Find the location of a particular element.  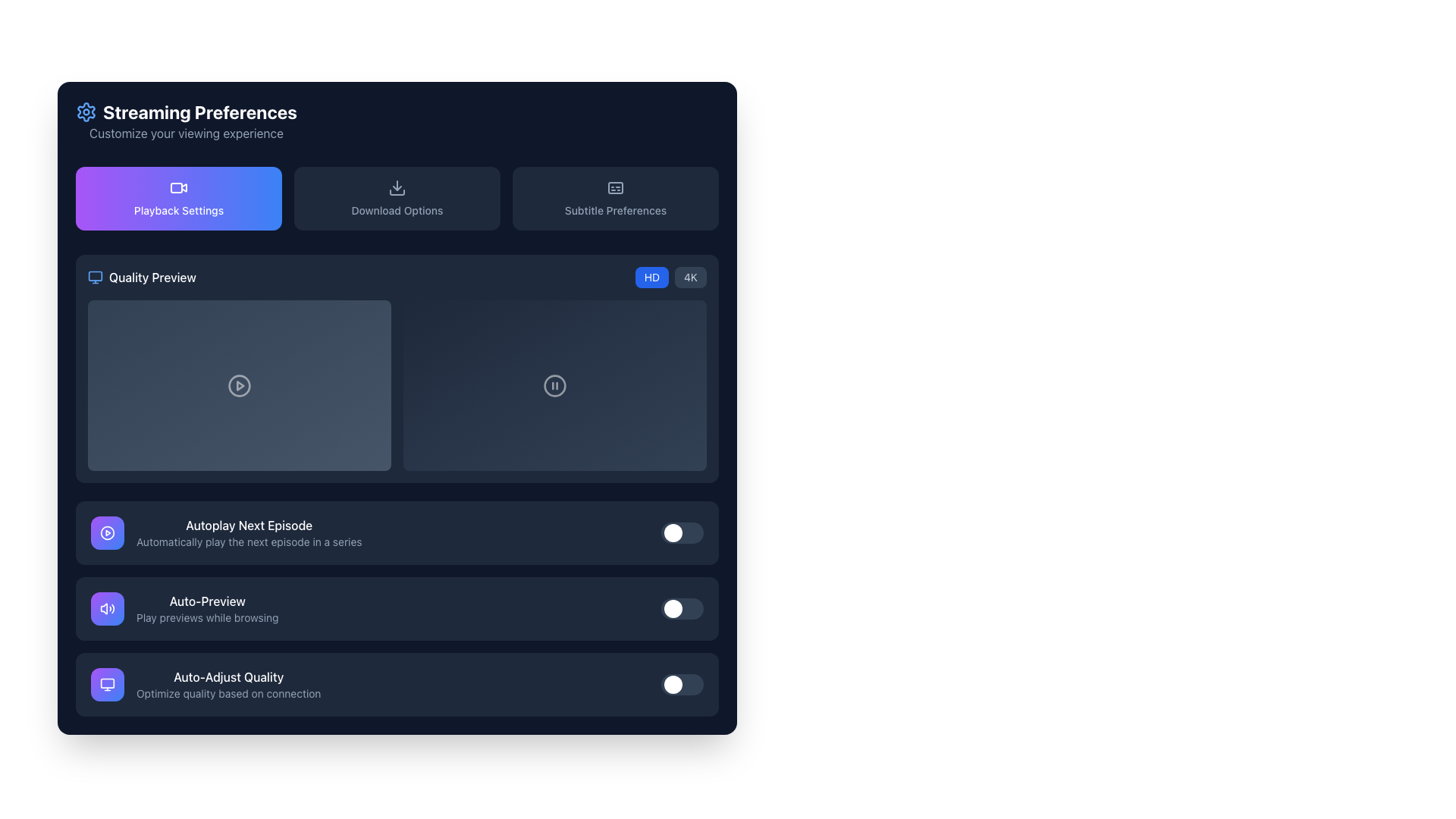

the circular play icon located in the 'Quality Preview' section, which is centered in the left video preview box is located at coordinates (239, 384).